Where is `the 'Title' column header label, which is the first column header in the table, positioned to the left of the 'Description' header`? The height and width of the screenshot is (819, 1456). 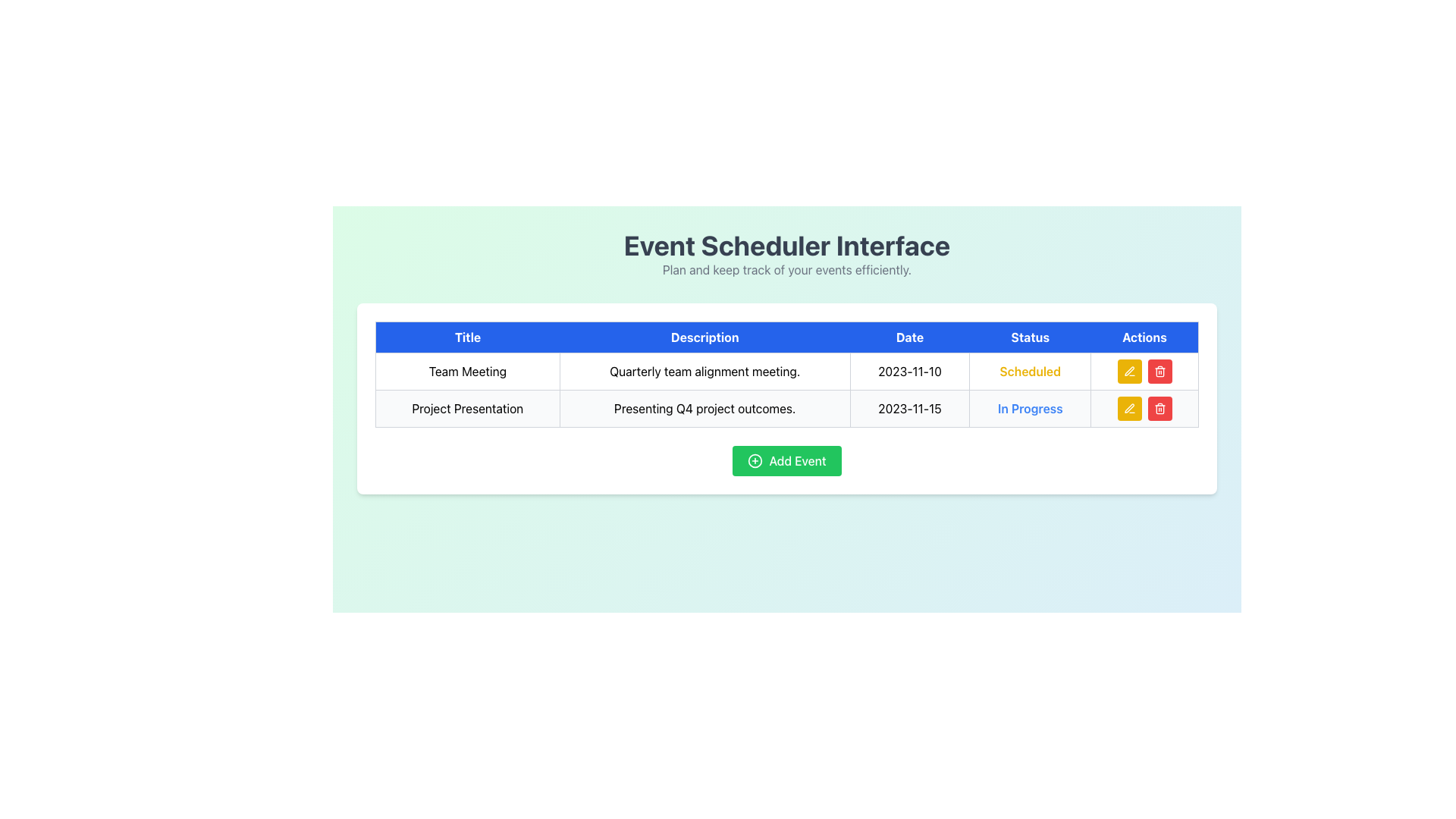 the 'Title' column header label, which is the first column header in the table, positioned to the left of the 'Description' header is located at coordinates (466, 336).